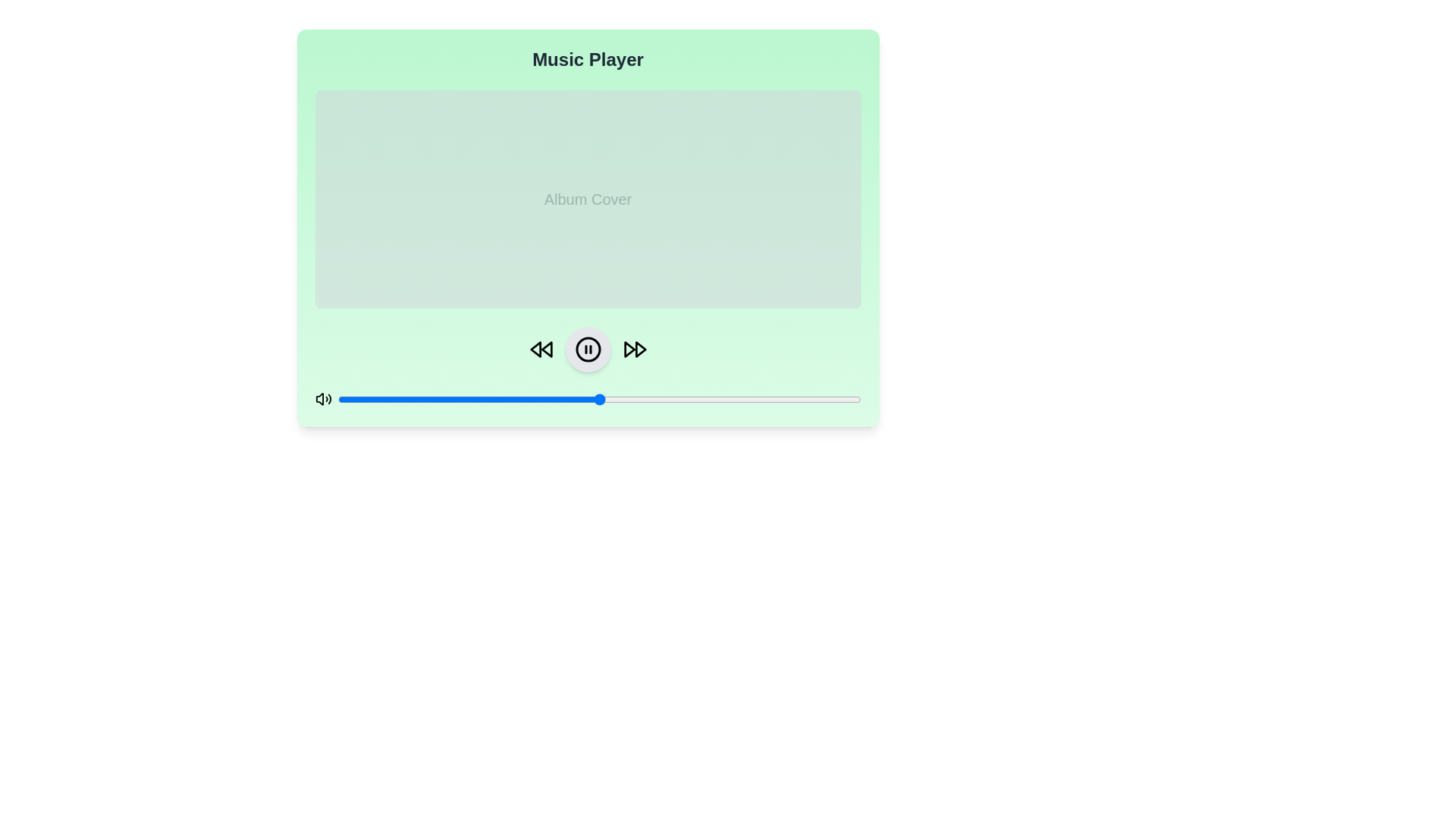 The height and width of the screenshot is (819, 1456). What do you see at coordinates (375, 399) in the screenshot?
I see `the slider position` at bounding box center [375, 399].